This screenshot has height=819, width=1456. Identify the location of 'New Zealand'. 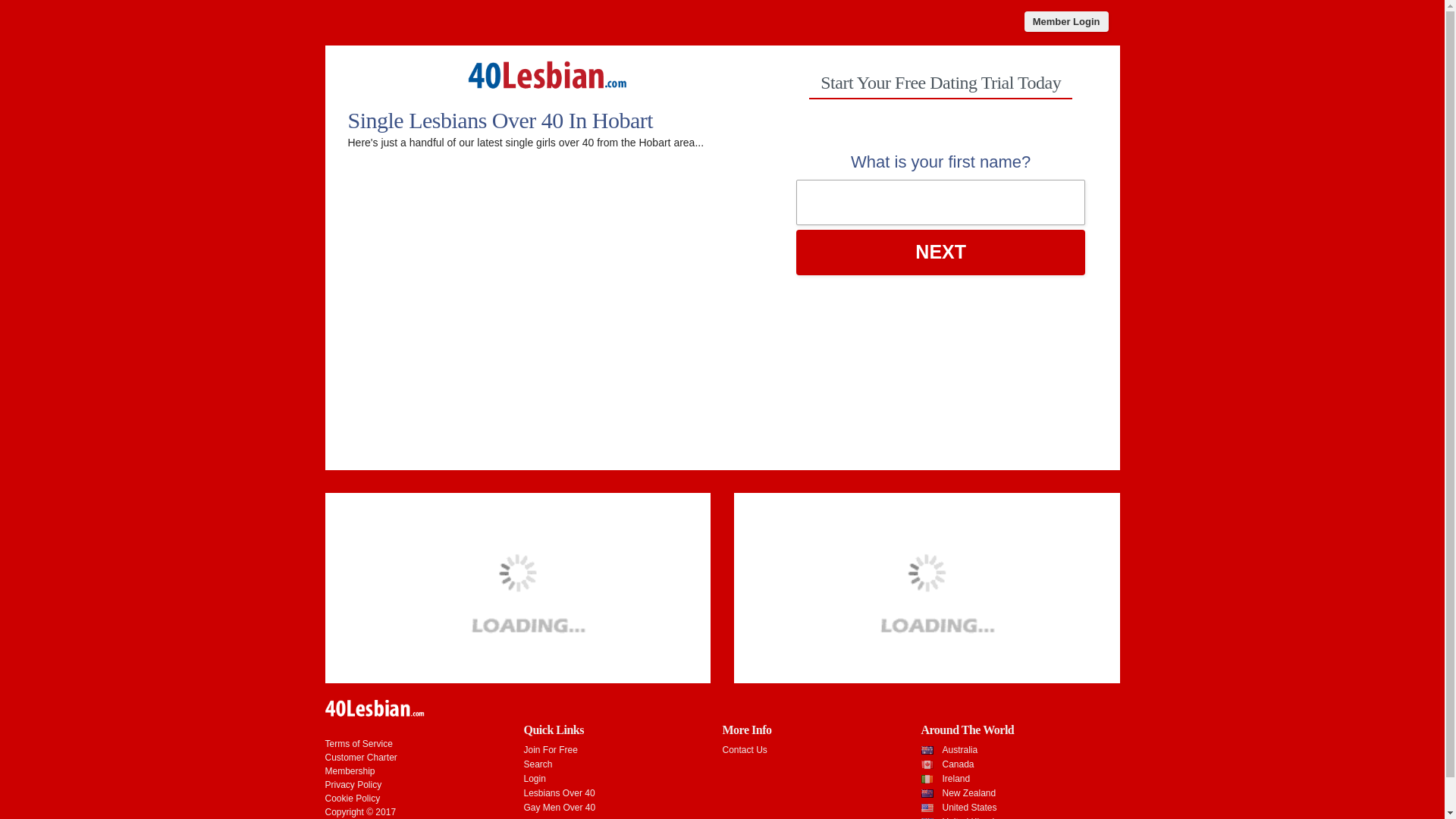
(968, 792).